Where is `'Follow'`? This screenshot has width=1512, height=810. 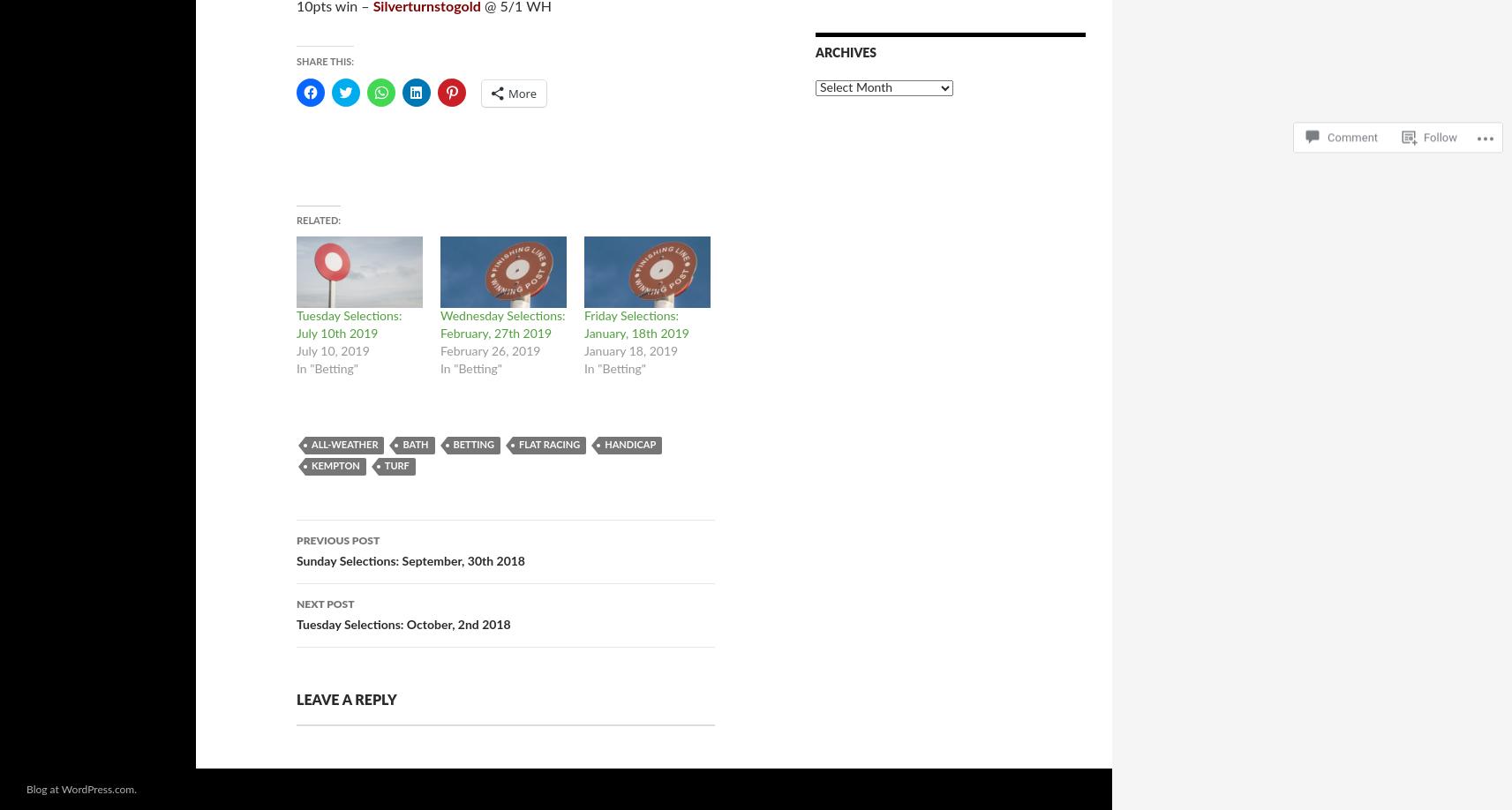 'Follow' is located at coordinates (1440, 119).